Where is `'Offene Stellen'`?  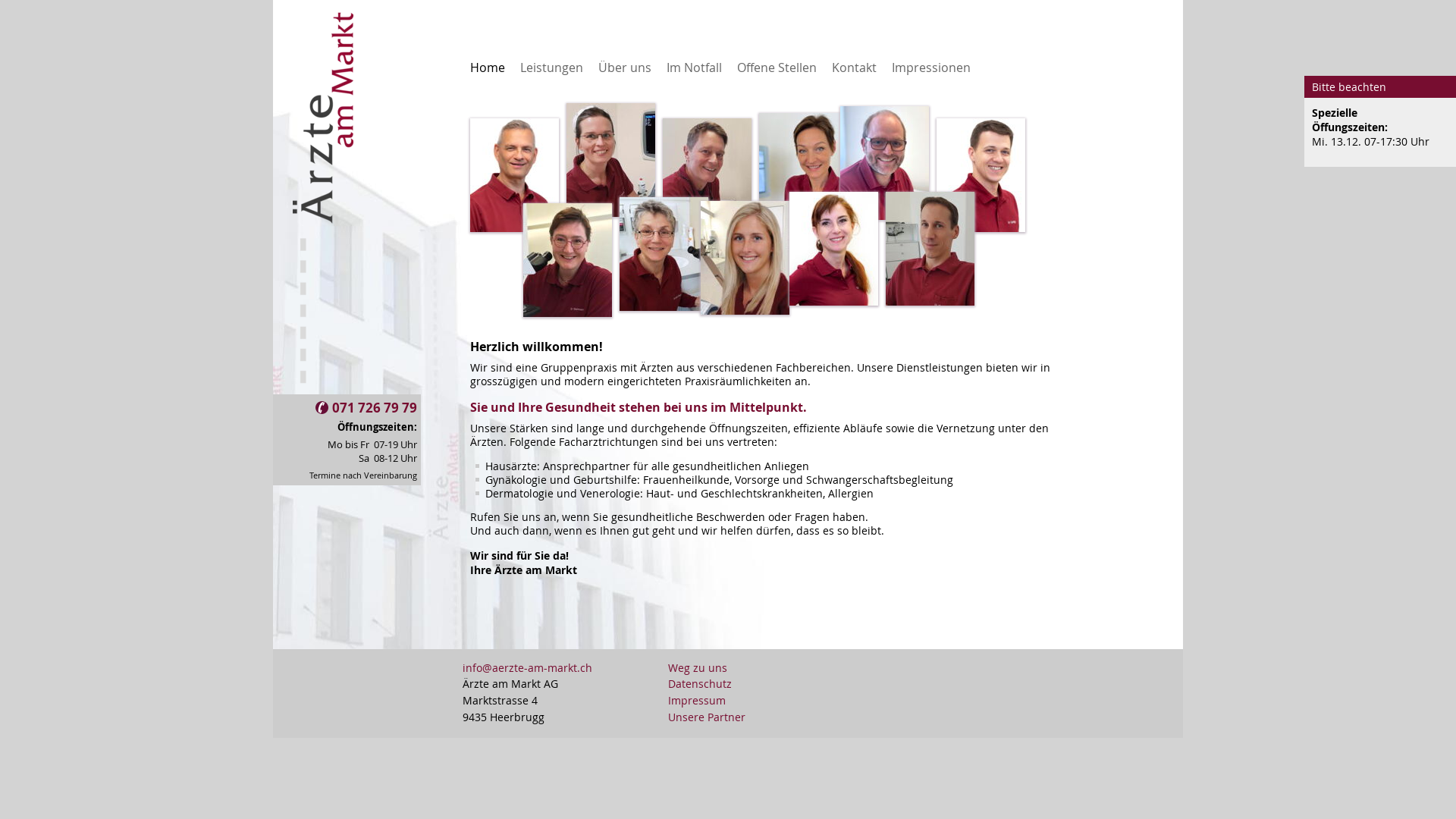 'Offene Stellen' is located at coordinates (729, 66).